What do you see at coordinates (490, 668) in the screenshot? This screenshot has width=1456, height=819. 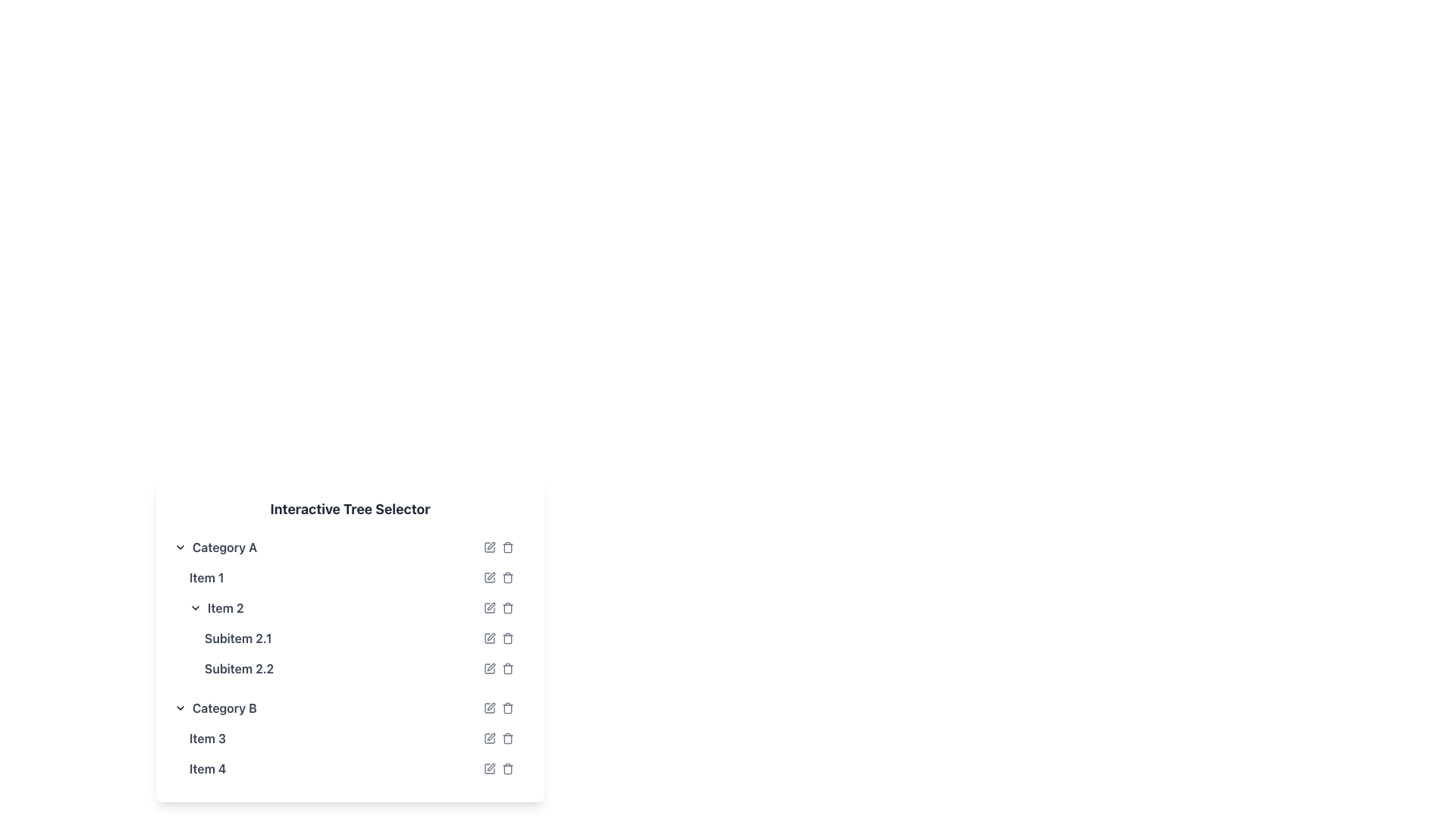 I see `the pencil icon button located to the right of the text 'Subitem 2.2' in the 'Interactive Tree Selector'` at bounding box center [490, 668].